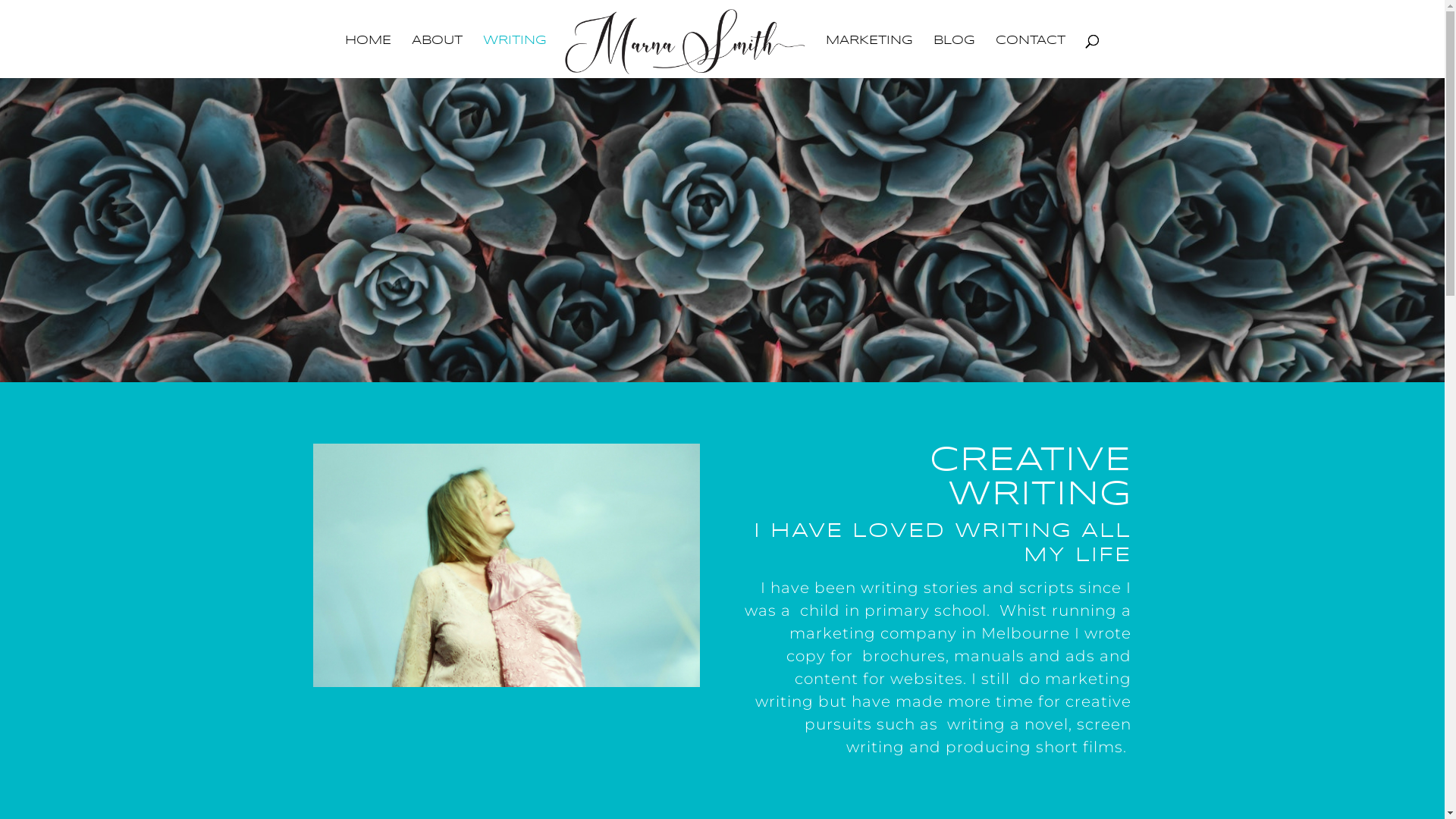 This screenshot has height=819, width=1456. Describe the element at coordinates (1030, 55) in the screenshot. I see `'CONTACT'` at that location.